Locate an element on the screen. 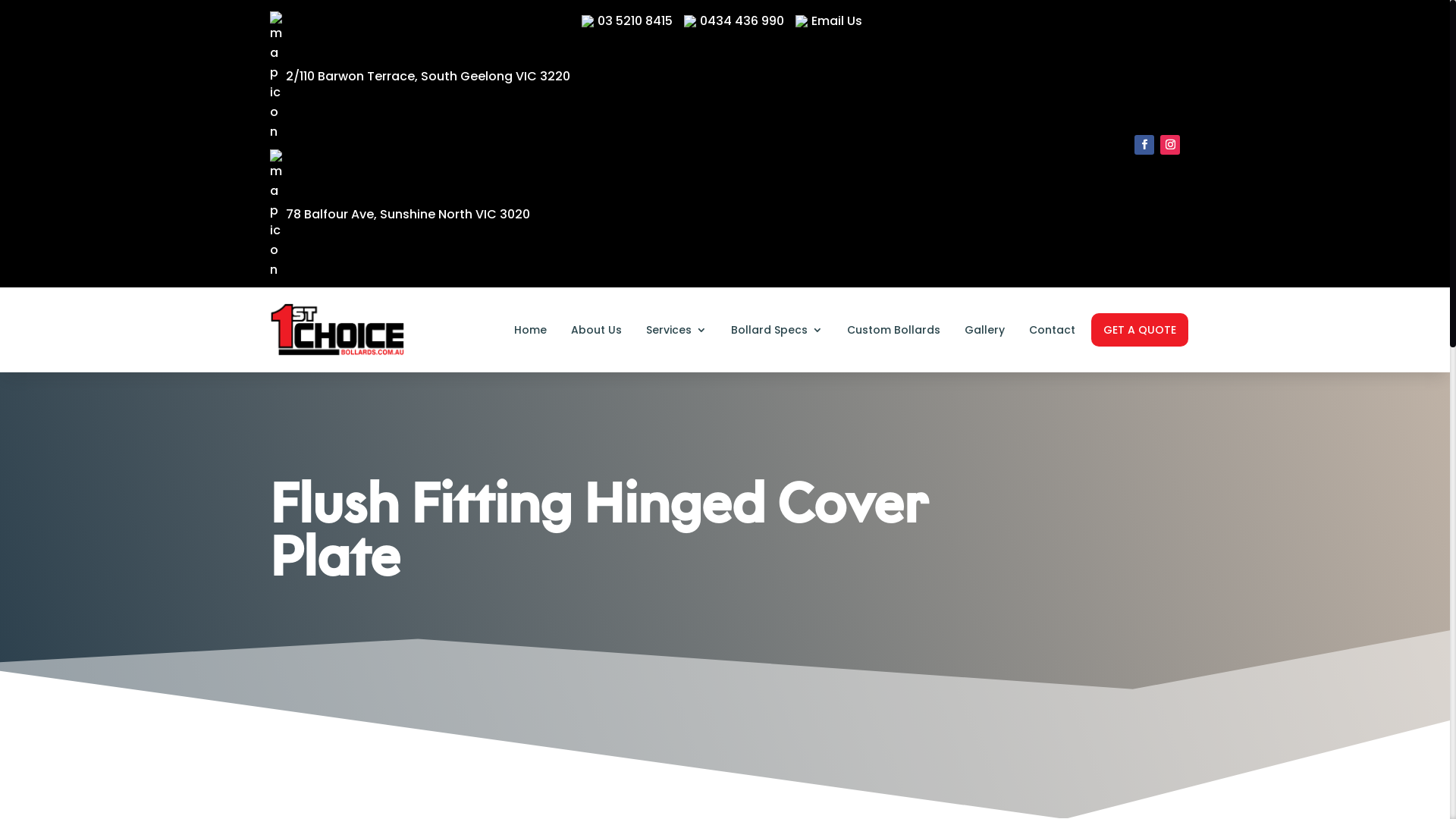 The image size is (1456, 819). '2/110 Barwon Terrace, South Geelong VIC 3220' is located at coordinates (419, 76).